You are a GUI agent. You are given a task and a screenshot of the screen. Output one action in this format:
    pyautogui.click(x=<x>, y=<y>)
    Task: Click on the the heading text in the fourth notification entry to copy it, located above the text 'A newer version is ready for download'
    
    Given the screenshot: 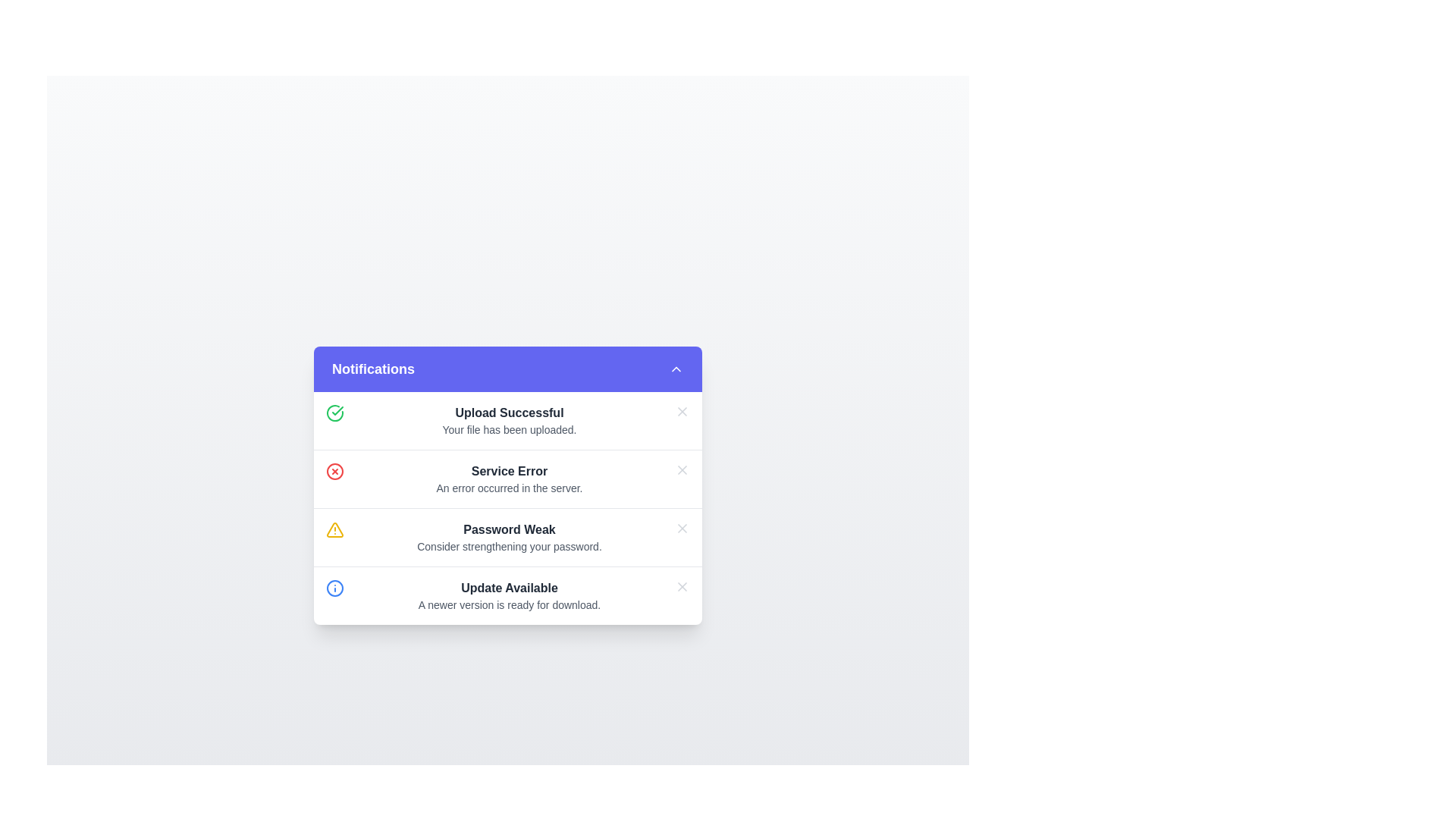 What is the action you would take?
    pyautogui.click(x=510, y=587)
    